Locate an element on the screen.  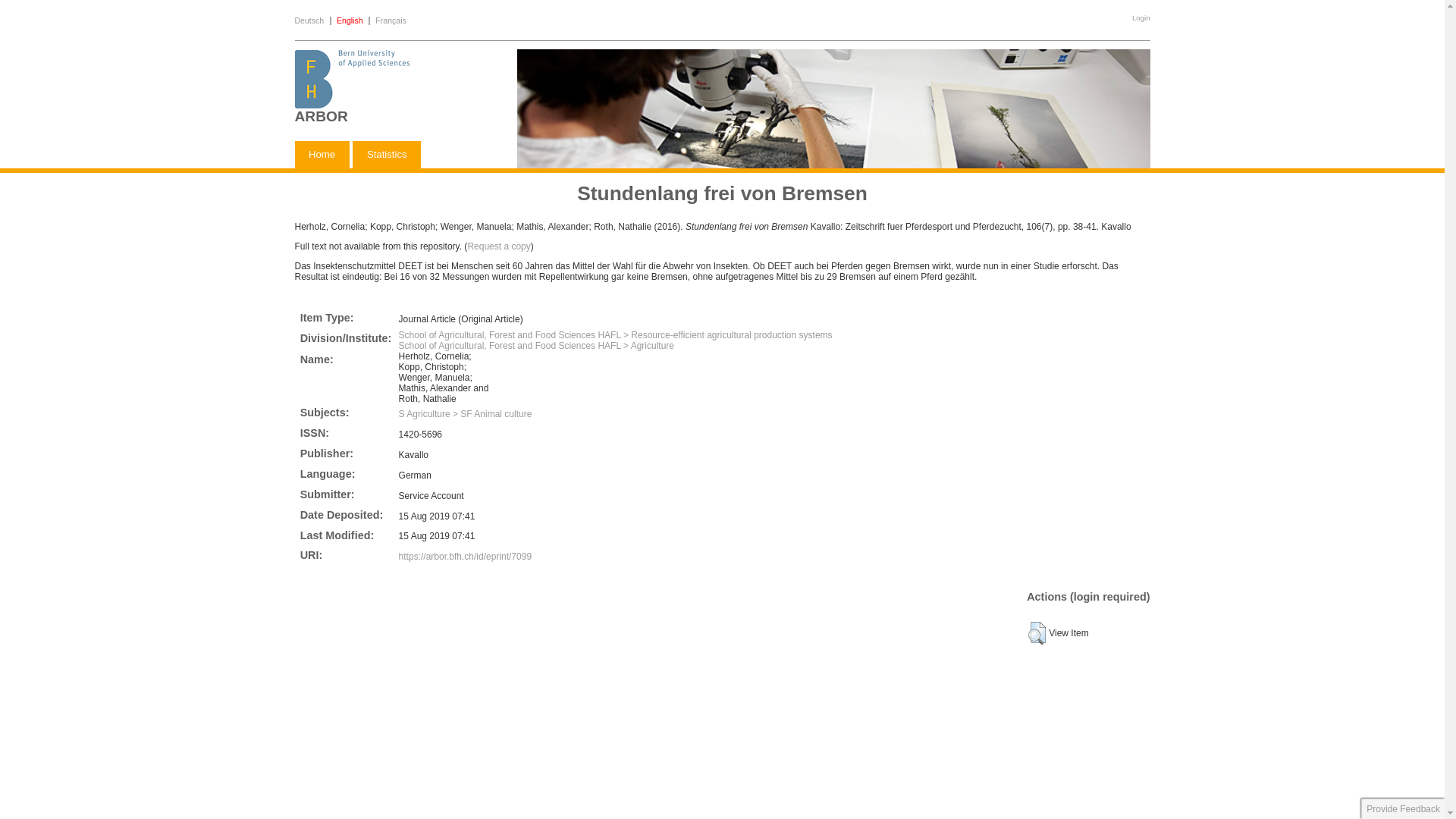
'Home' is located at coordinates (320, 156).